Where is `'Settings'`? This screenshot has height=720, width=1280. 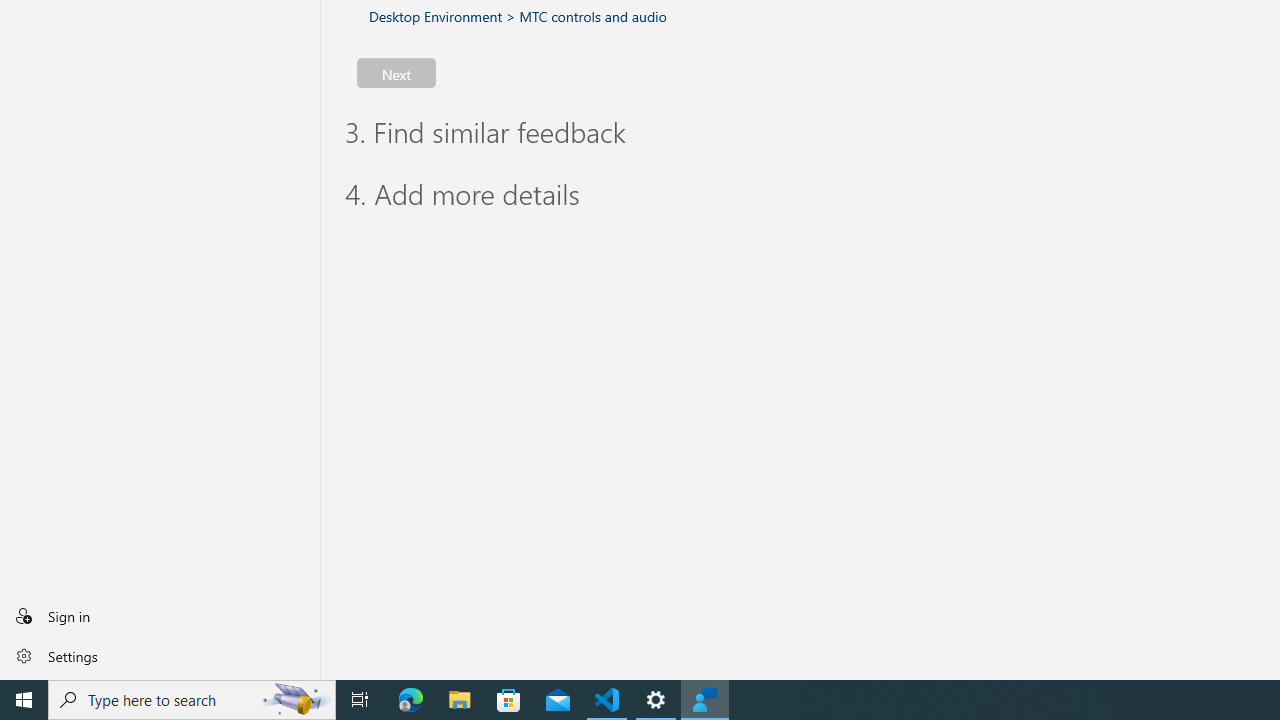 'Settings' is located at coordinates (160, 655).